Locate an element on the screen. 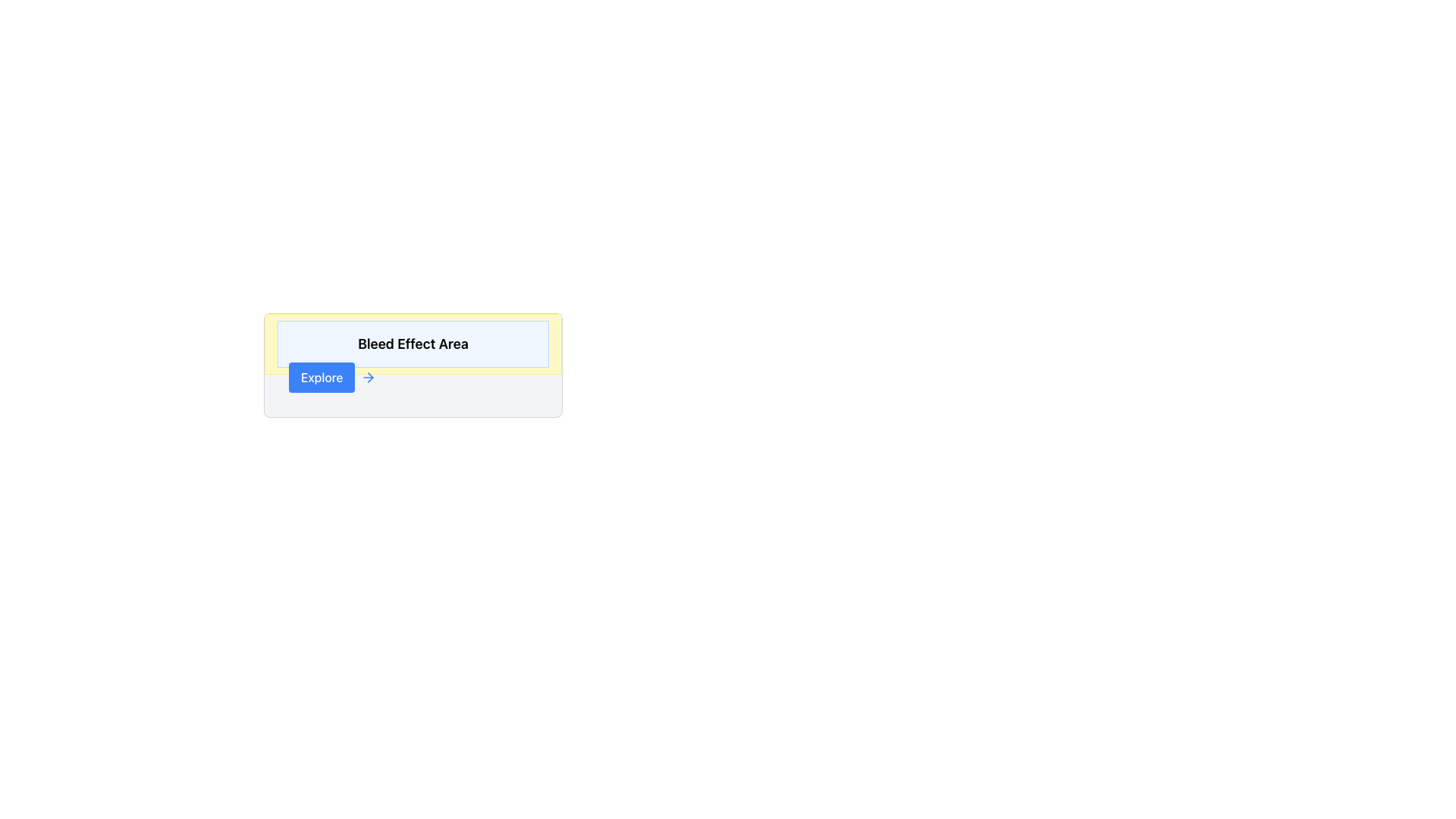 Image resolution: width=1456 pixels, height=819 pixels. the small, right-pointing arrow-shaped vector graphic icon that is part of an arrow icon located slightly to the right of the 'Explore' button is located at coordinates (371, 376).